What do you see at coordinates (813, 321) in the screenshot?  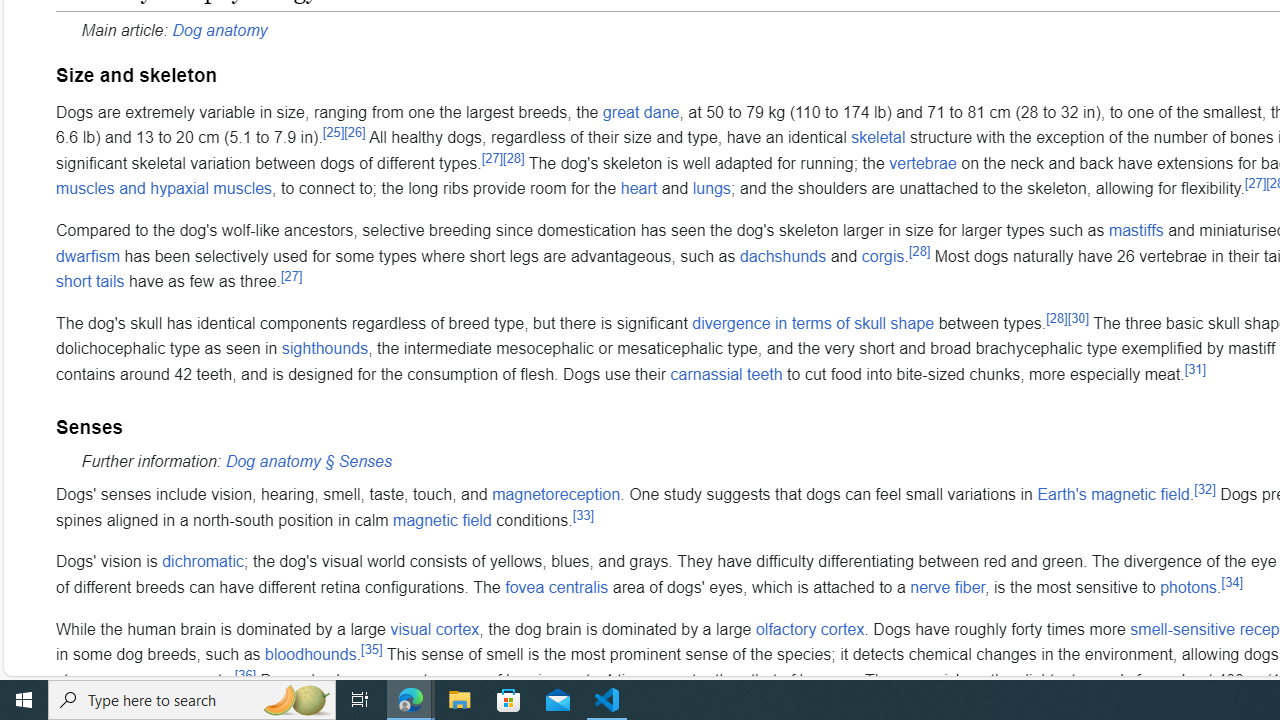 I see `'divergence in terms of skull shape'` at bounding box center [813, 321].